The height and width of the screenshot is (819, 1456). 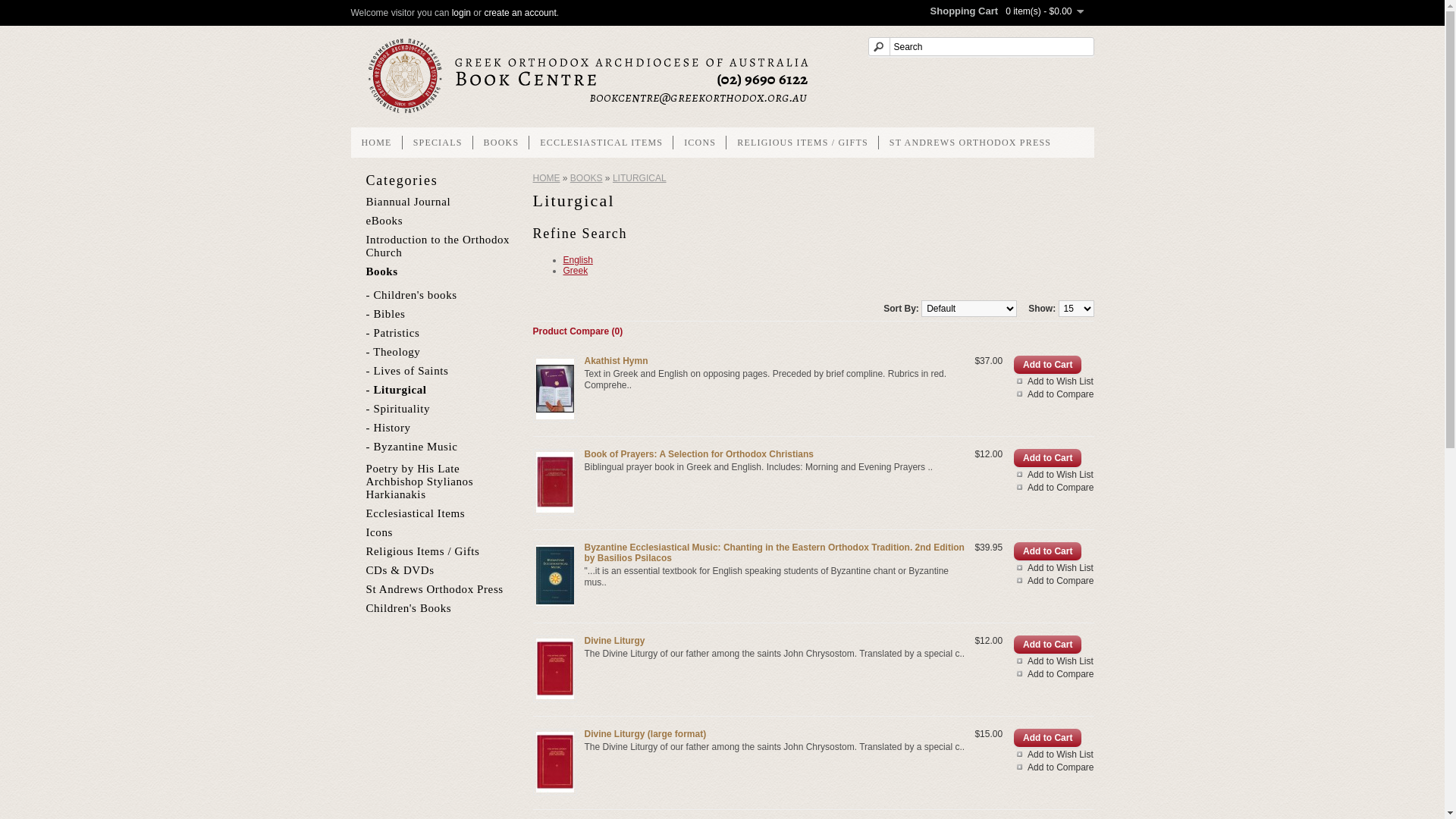 I want to click on 'Poetry by His Late Archbishop Stylianos Harkianakis', so click(x=419, y=482).